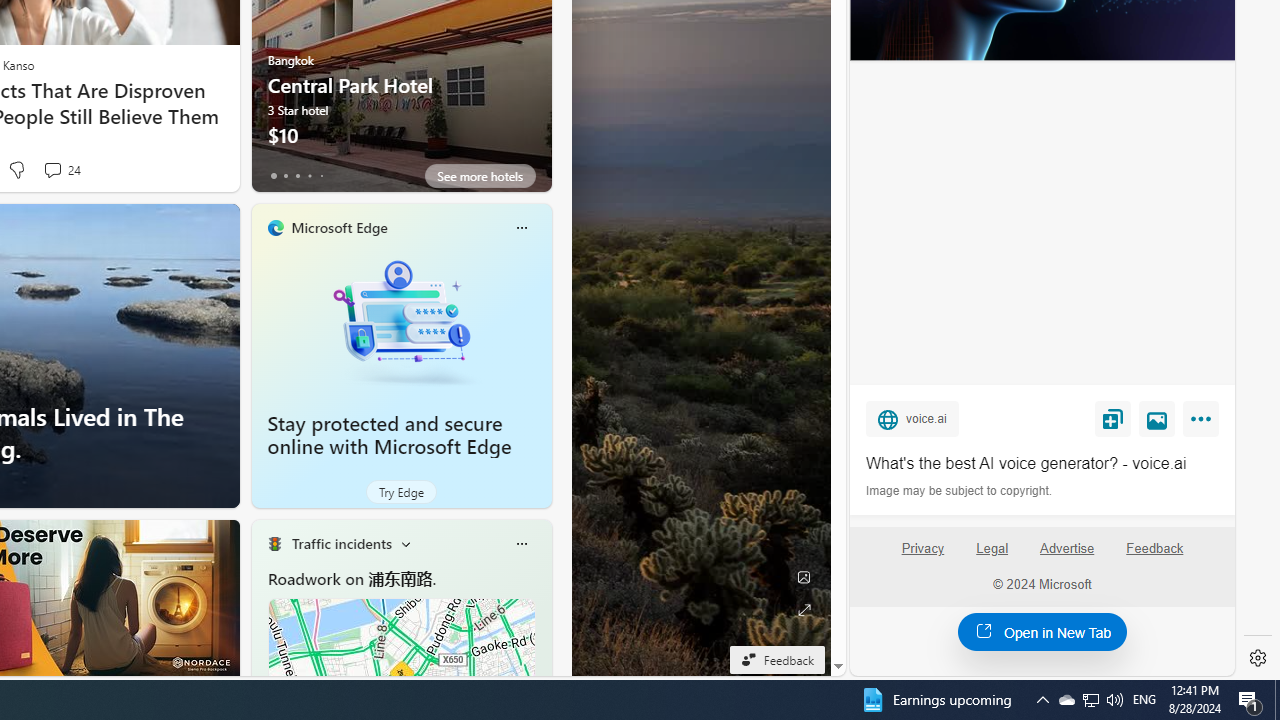  Describe the element at coordinates (341, 543) in the screenshot. I see `'Traffic incidents'` at that location.